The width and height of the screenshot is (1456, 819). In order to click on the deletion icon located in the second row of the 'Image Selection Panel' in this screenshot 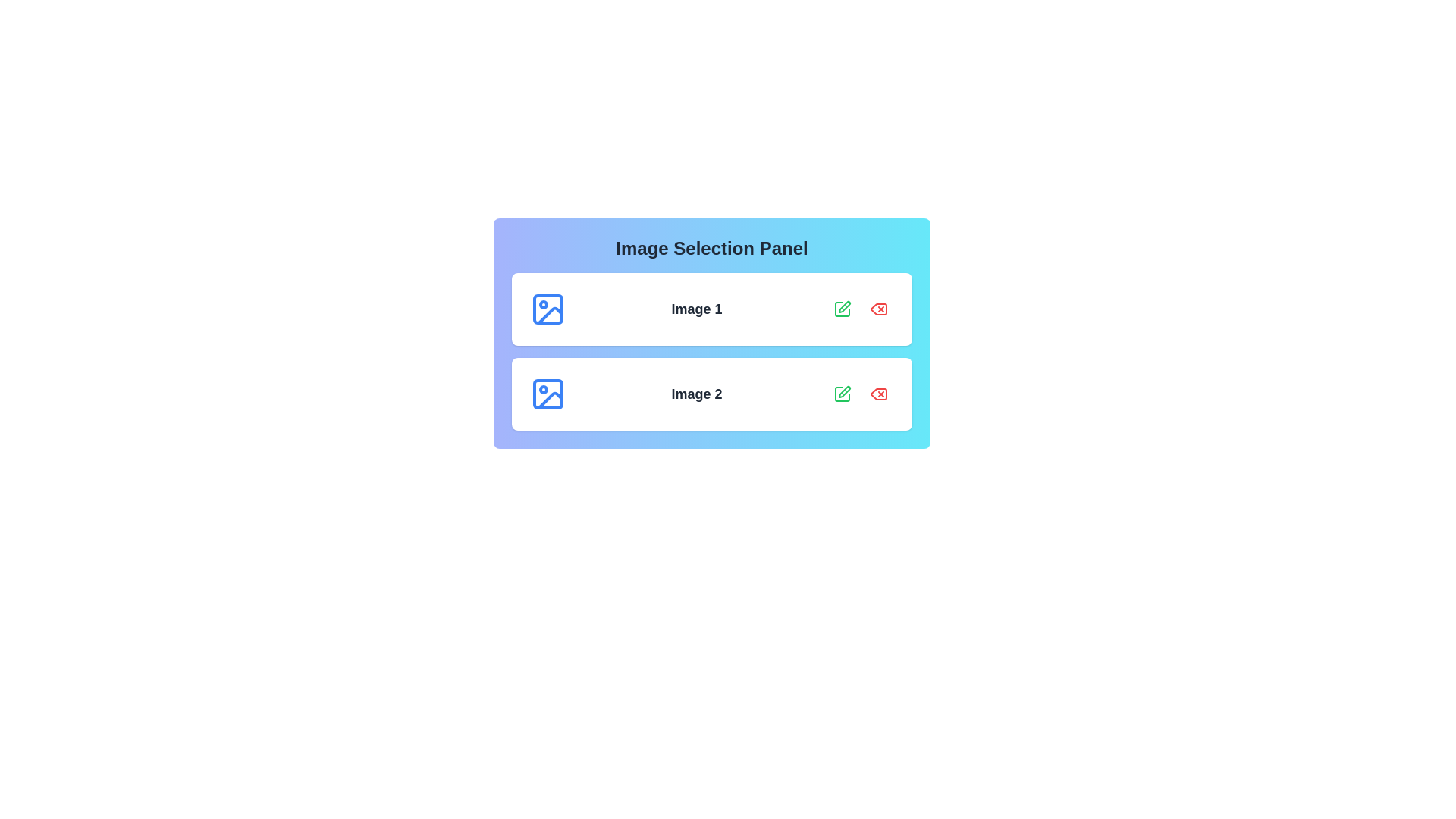, I will do `click(878, 394)`.